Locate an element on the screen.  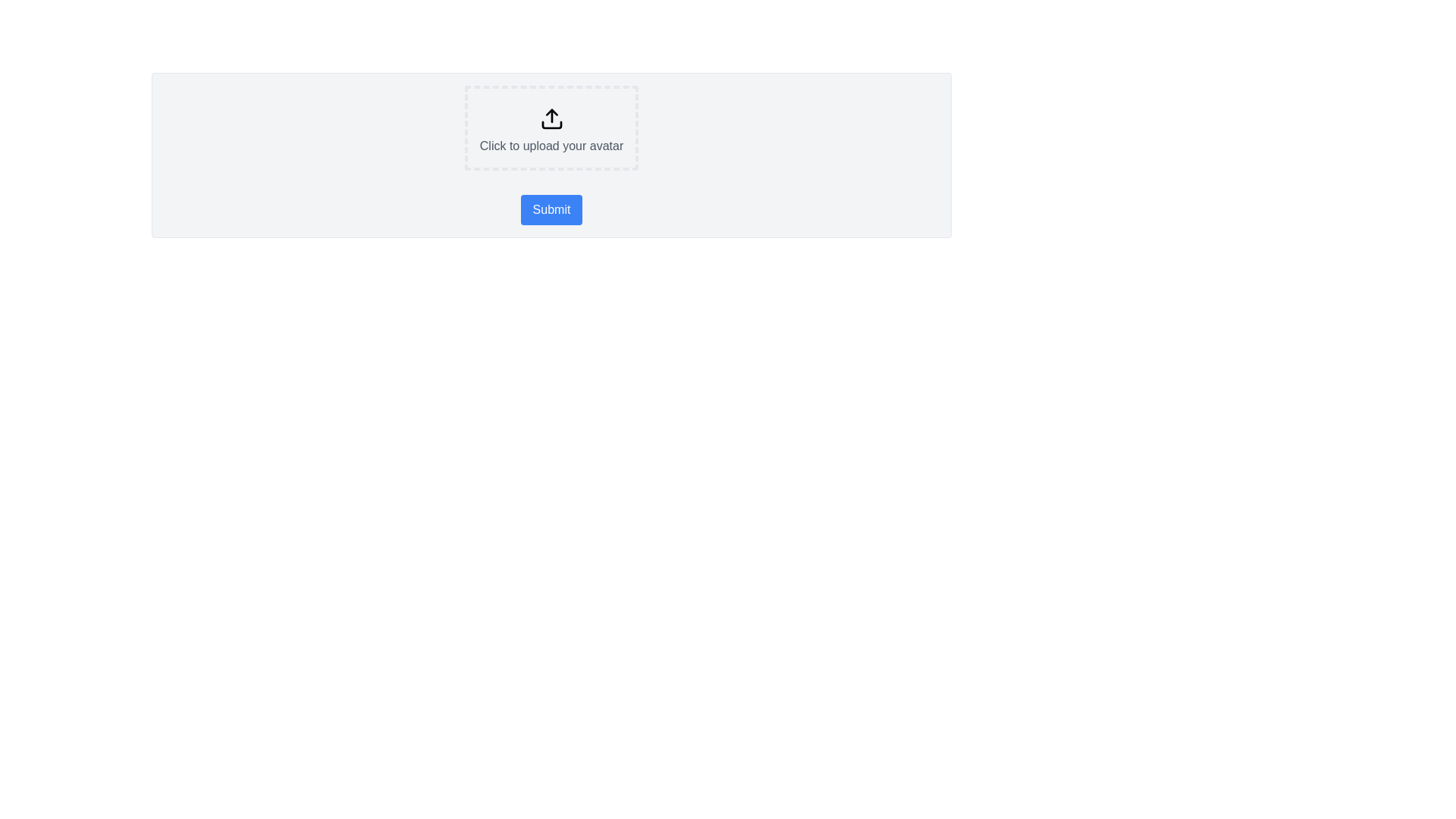
the interactive upload button located in the grayish rectangular section above the 'Submit' button is located at coordinates (551, 127).